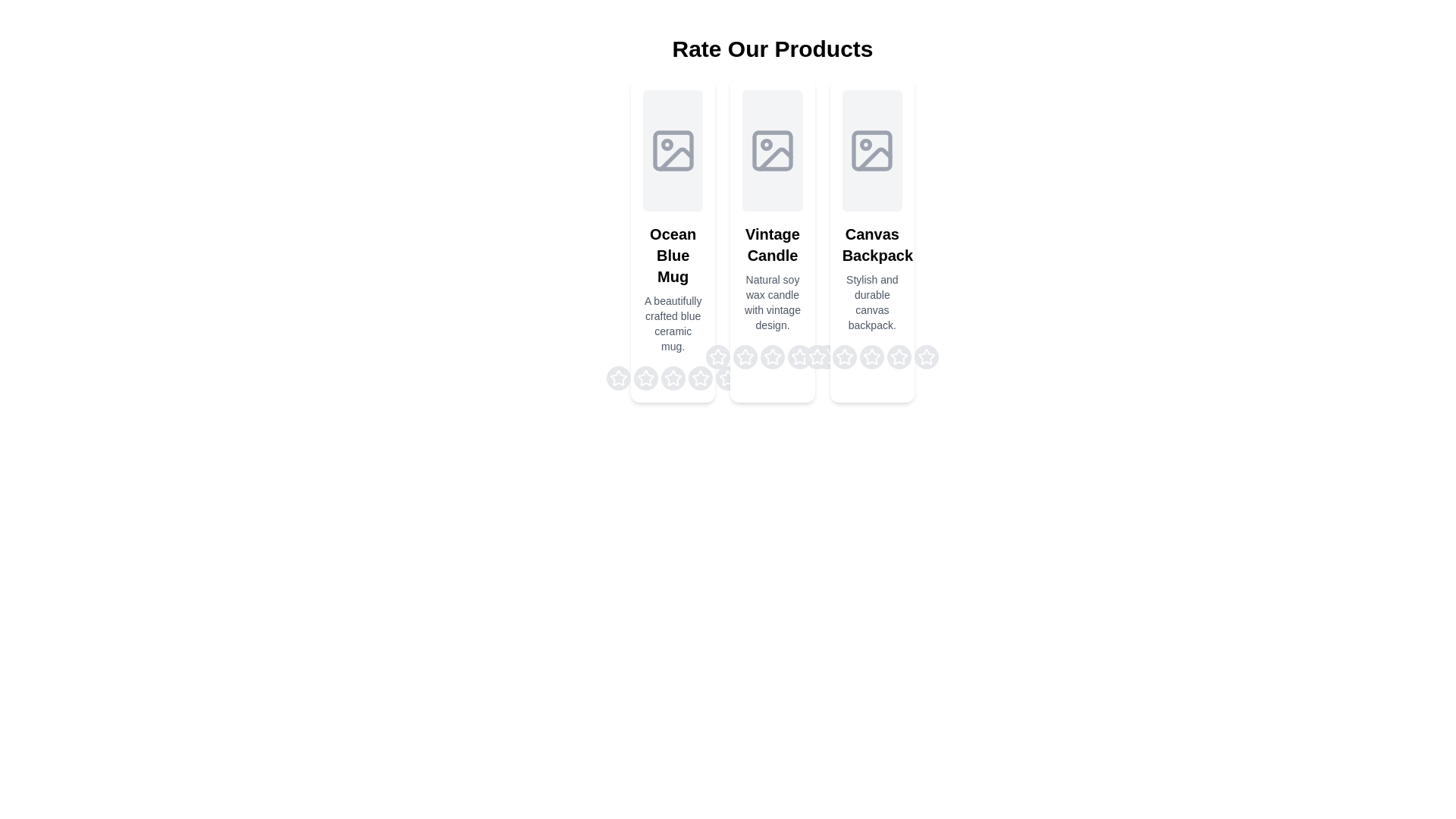  What do you see at coordinates (672, 239) in the screenshot?
I see `the product card for Ocean Blue Mug to view its layout` at bounding box center [672, 239].